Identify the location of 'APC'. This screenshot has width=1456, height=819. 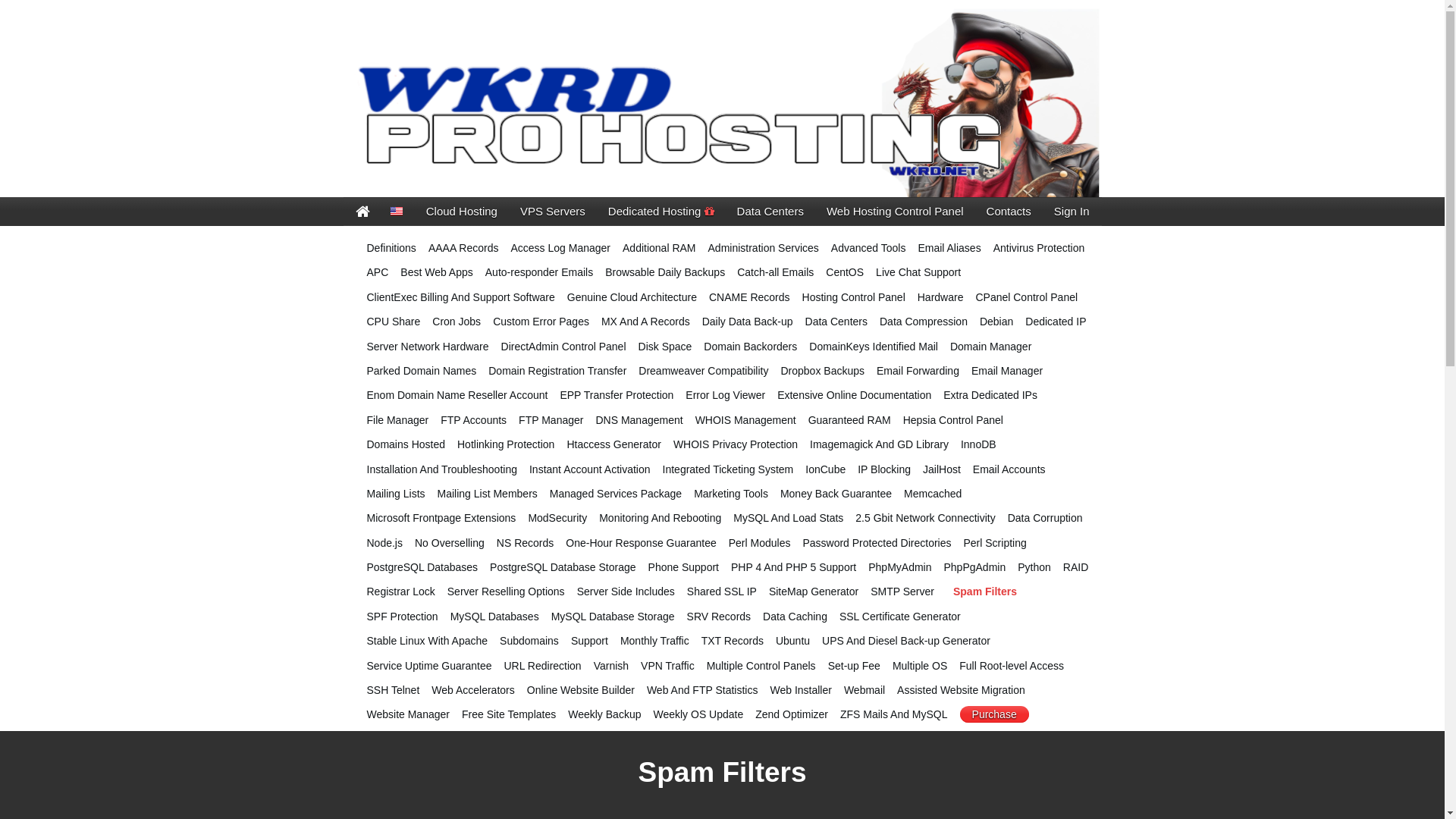
(367, 271).